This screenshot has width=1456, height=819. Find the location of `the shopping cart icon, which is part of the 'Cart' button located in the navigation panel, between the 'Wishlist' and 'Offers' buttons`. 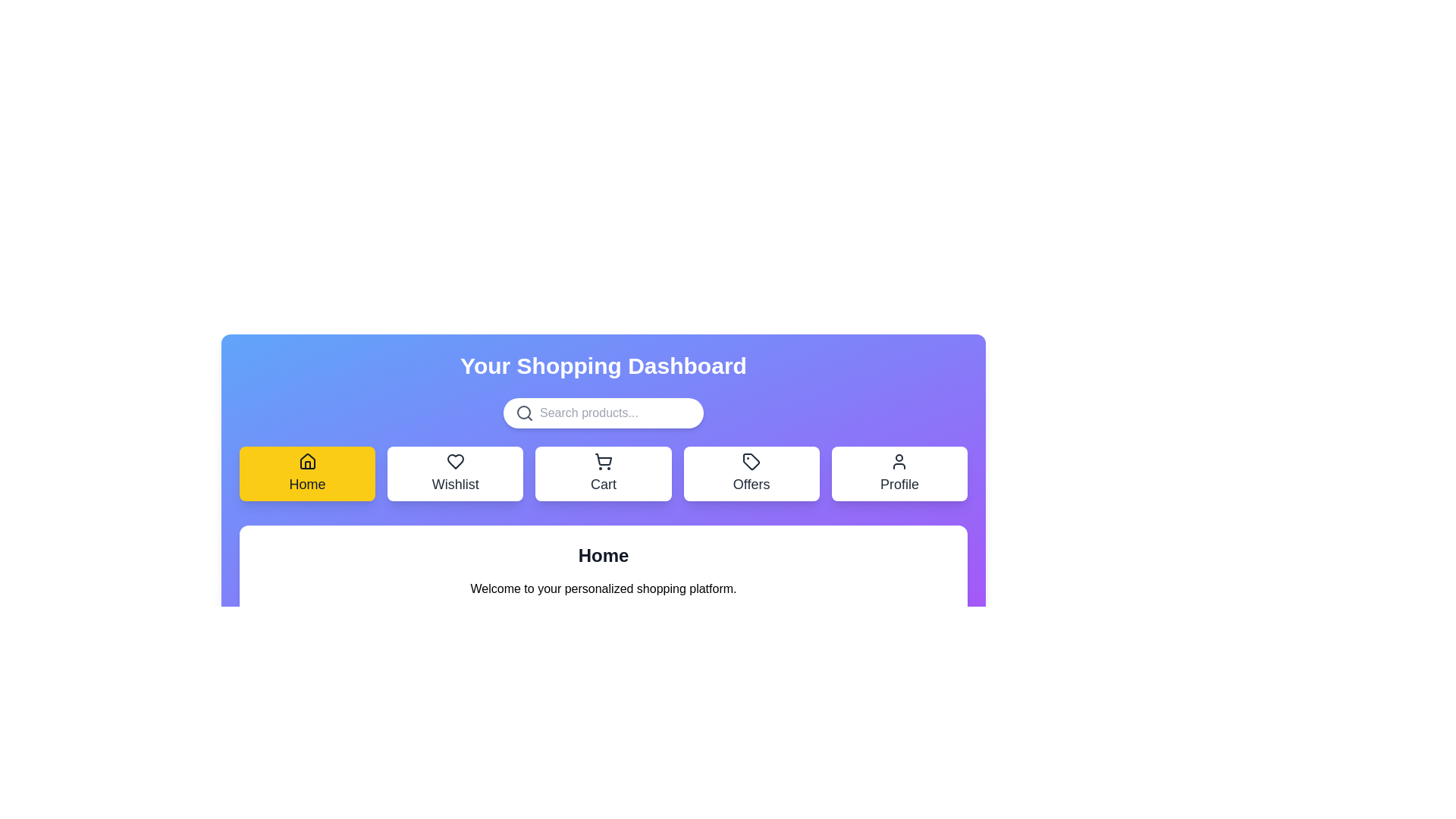

the shopping cart icon, which is part of the 'Cart' button located in the navigation panel, between the 'Wishlist' and 'Offers' buttons is located at coordinates (603, 461).